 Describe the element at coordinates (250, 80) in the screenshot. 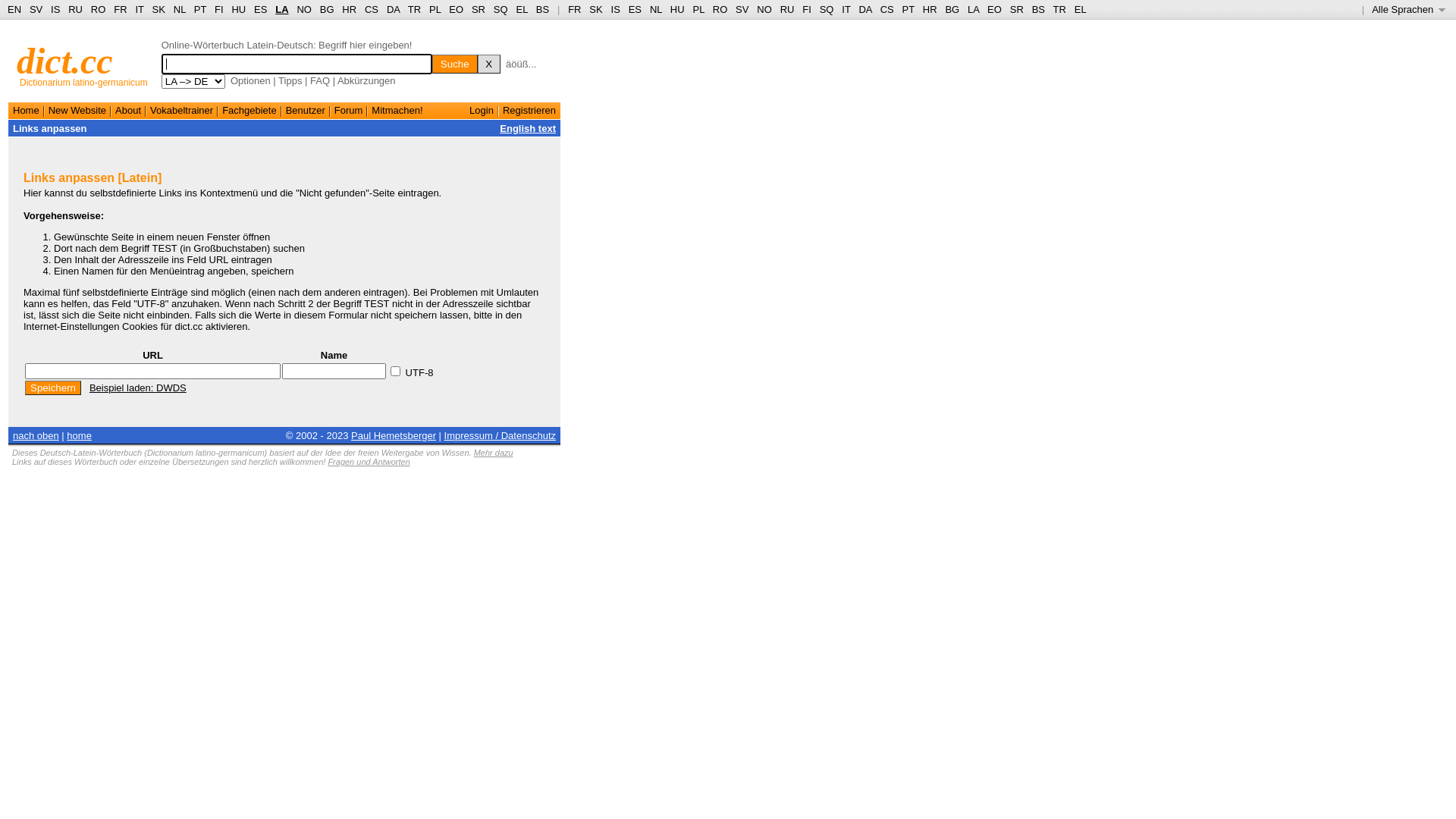

I see `'Optionen'` at that location.